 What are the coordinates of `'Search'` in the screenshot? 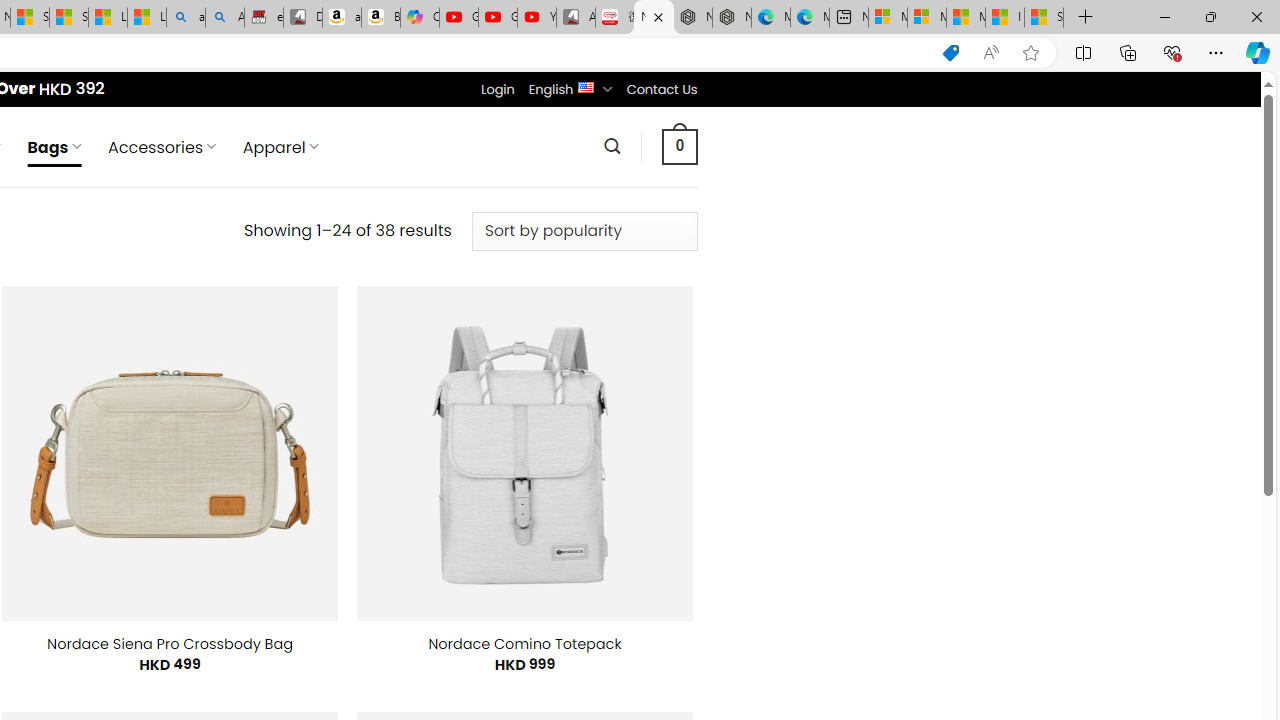 It's located at (611, 145).